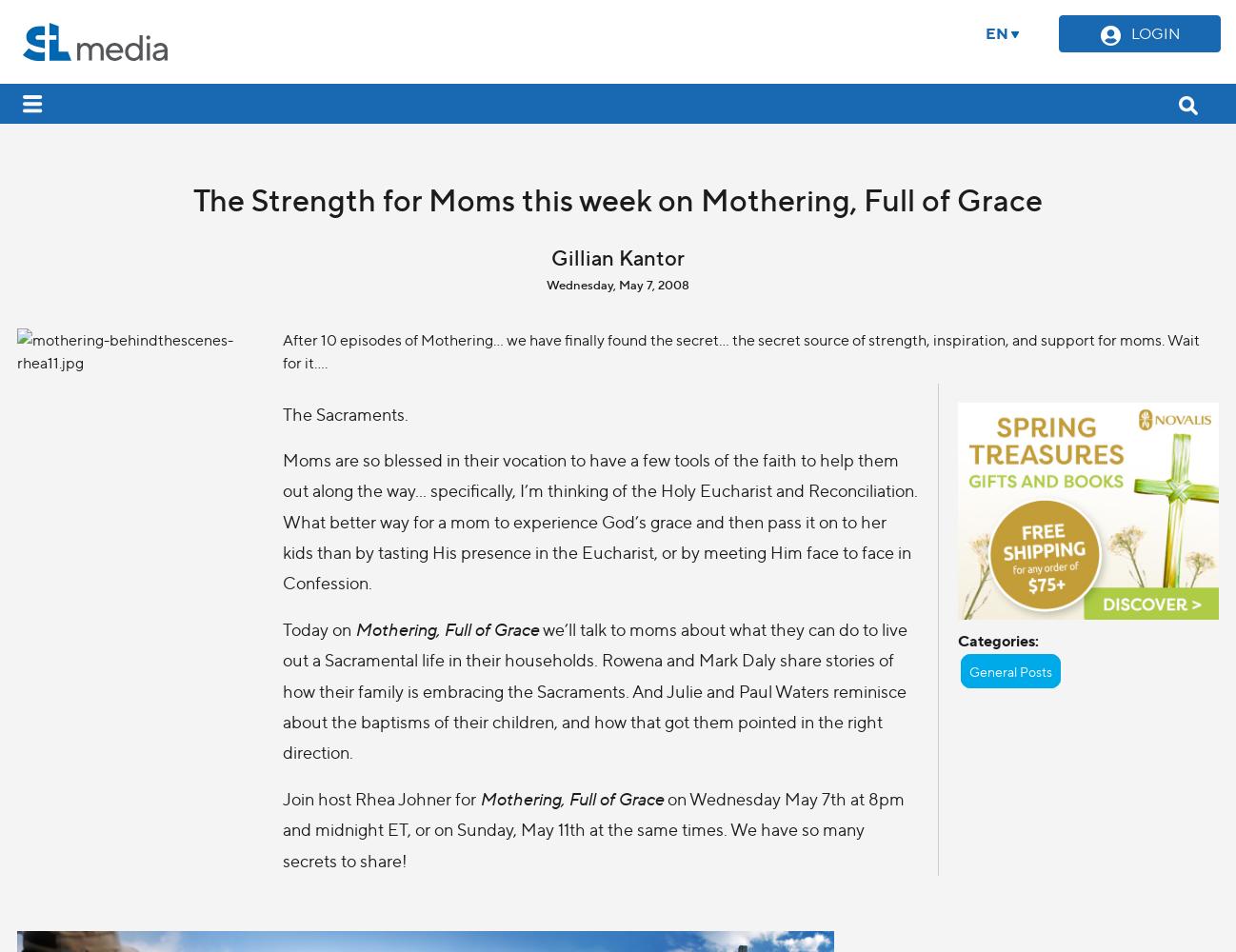 The image size is (1236, 952). Describe the element at coordinates (995, 32) in the screenshot. I see `'EN'` at that location.